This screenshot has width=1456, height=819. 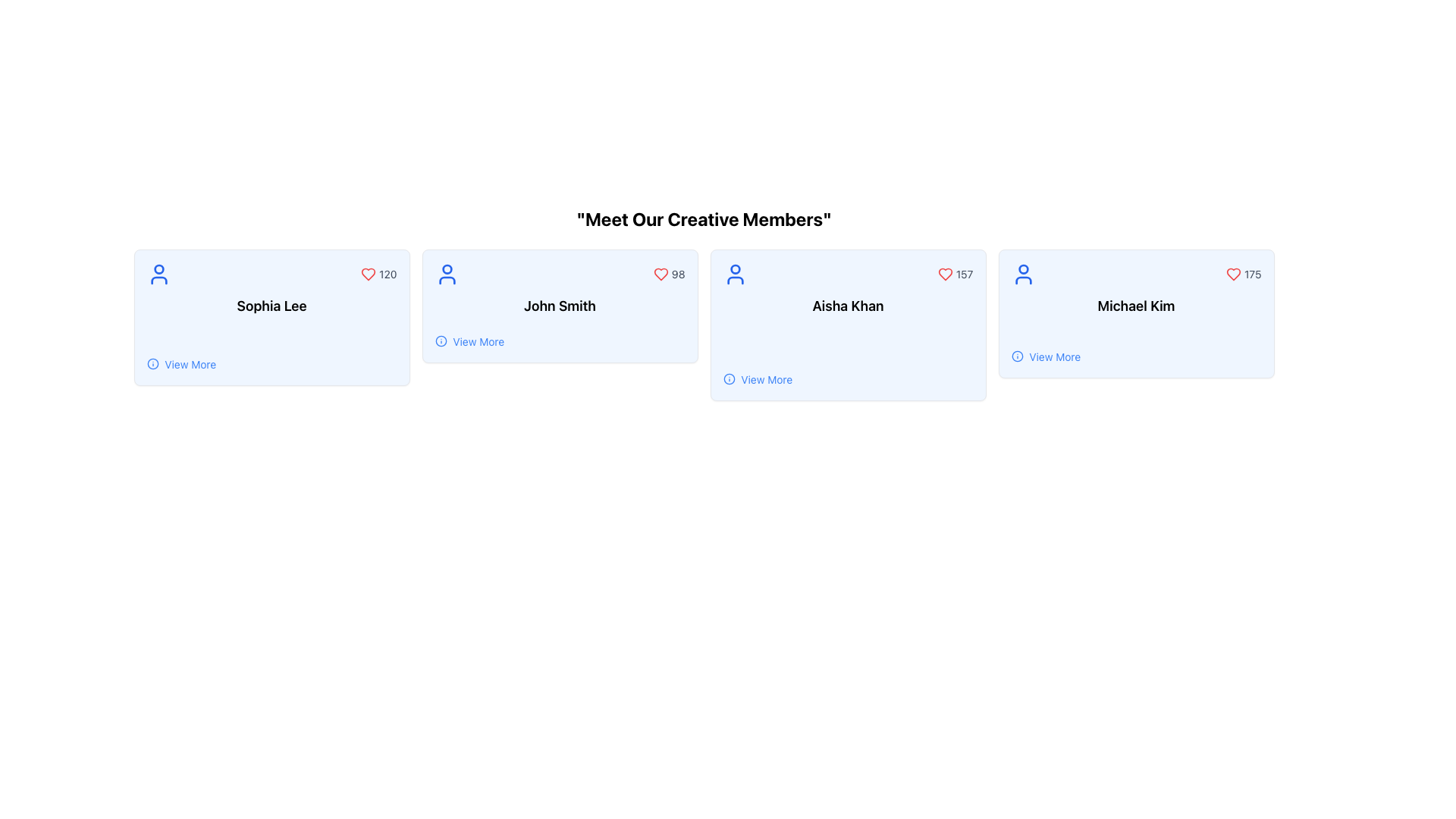 I want to click on the information icon which is represented by a circular SVG shape located in the user profile card section for 'Sophia Lee', so click(x=152, y=363).